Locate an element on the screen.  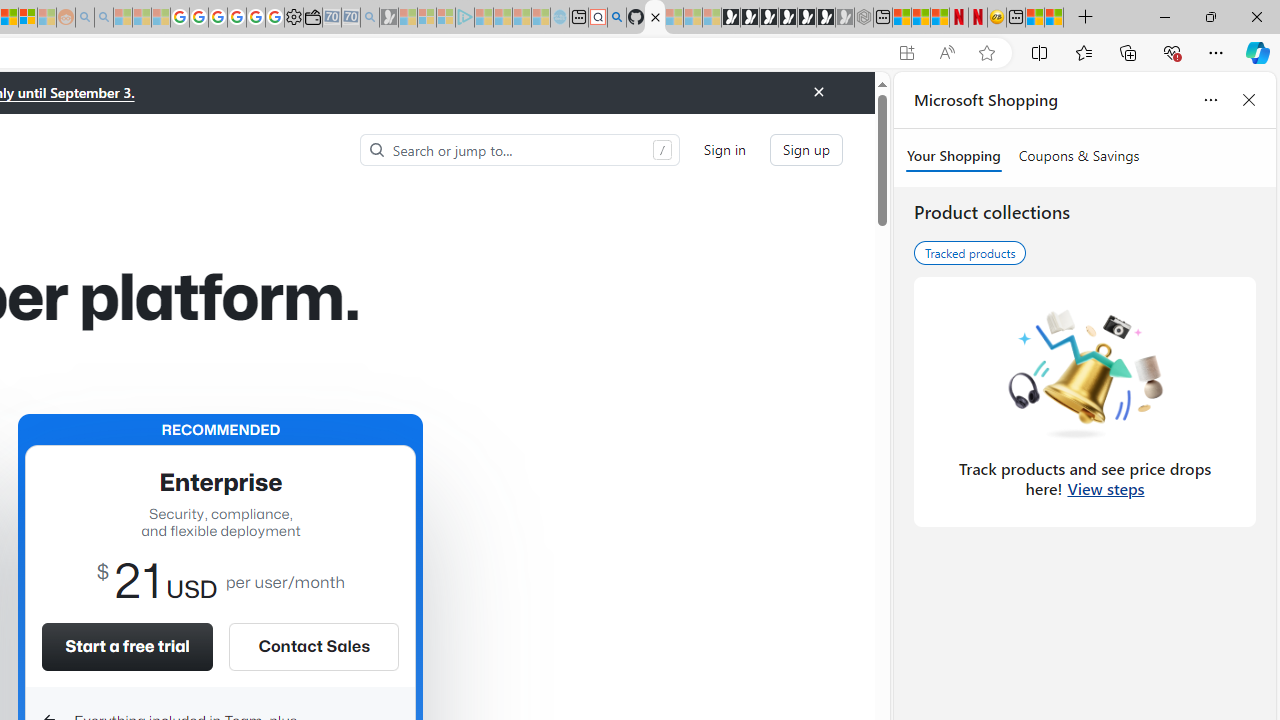
'Contact Sales' is located at coordinates (312, 646).